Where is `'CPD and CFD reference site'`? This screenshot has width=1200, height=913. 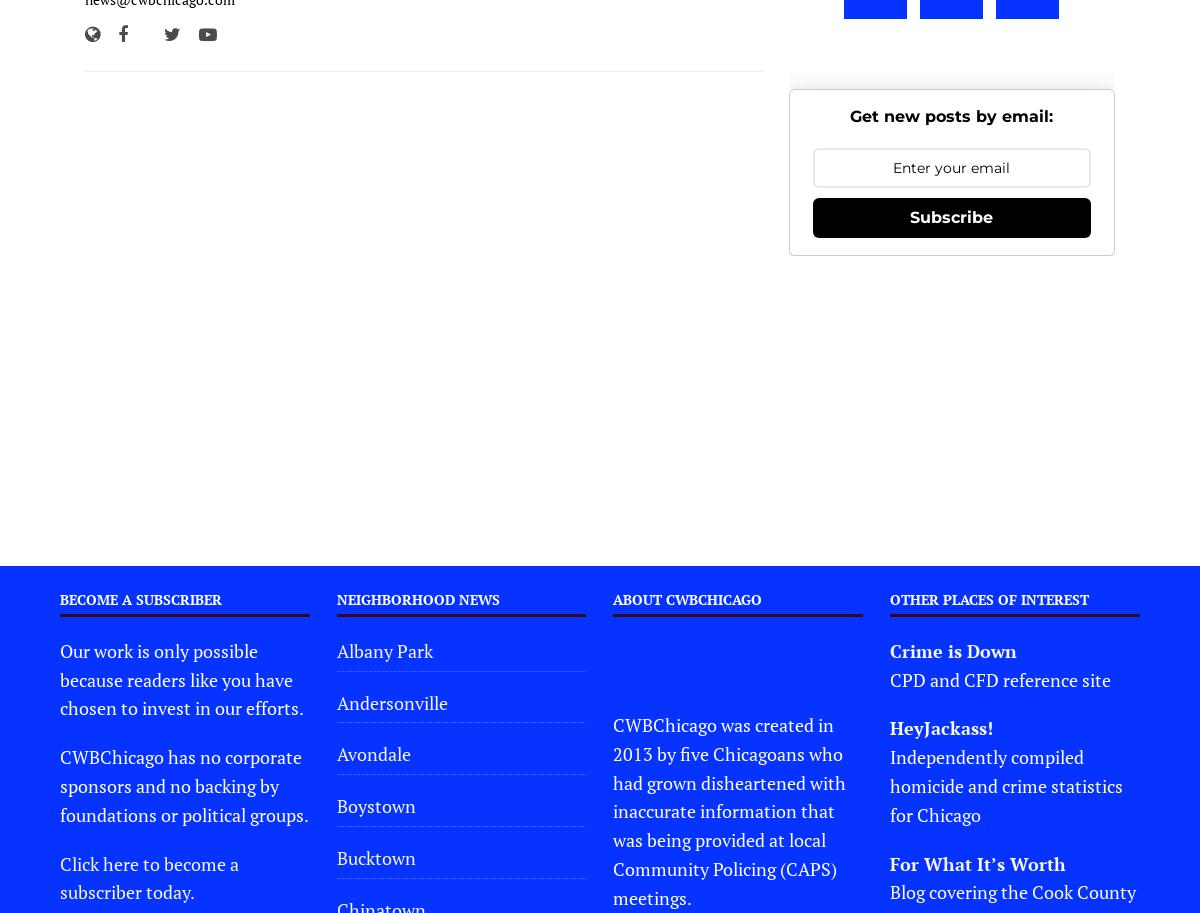 'CPD and CFD reference site' is located at coordinates (889, 678).